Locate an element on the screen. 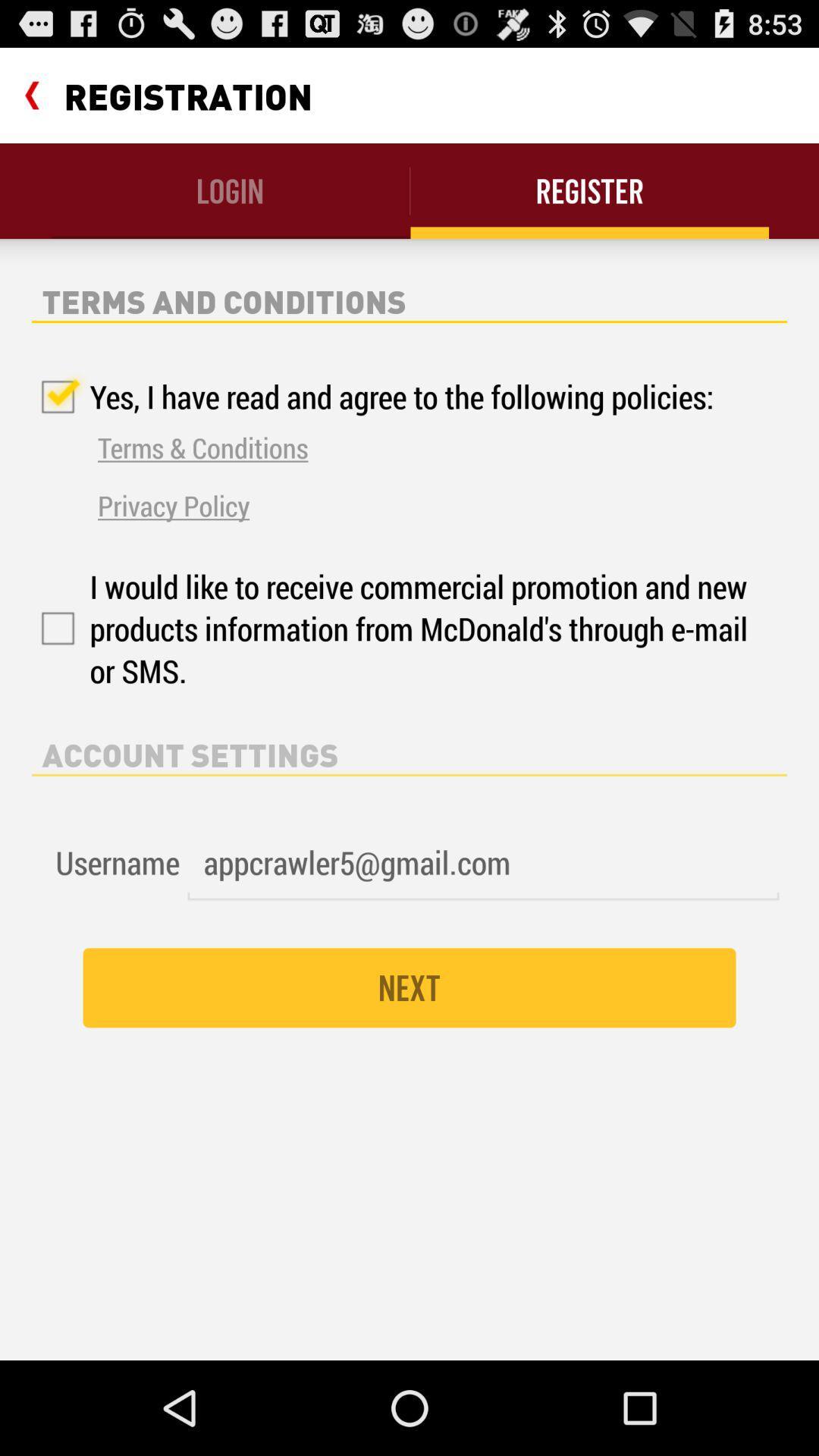 The height and width of the screenshot is (1456, 819). privacy policy item is located at coordinates (173, 505).